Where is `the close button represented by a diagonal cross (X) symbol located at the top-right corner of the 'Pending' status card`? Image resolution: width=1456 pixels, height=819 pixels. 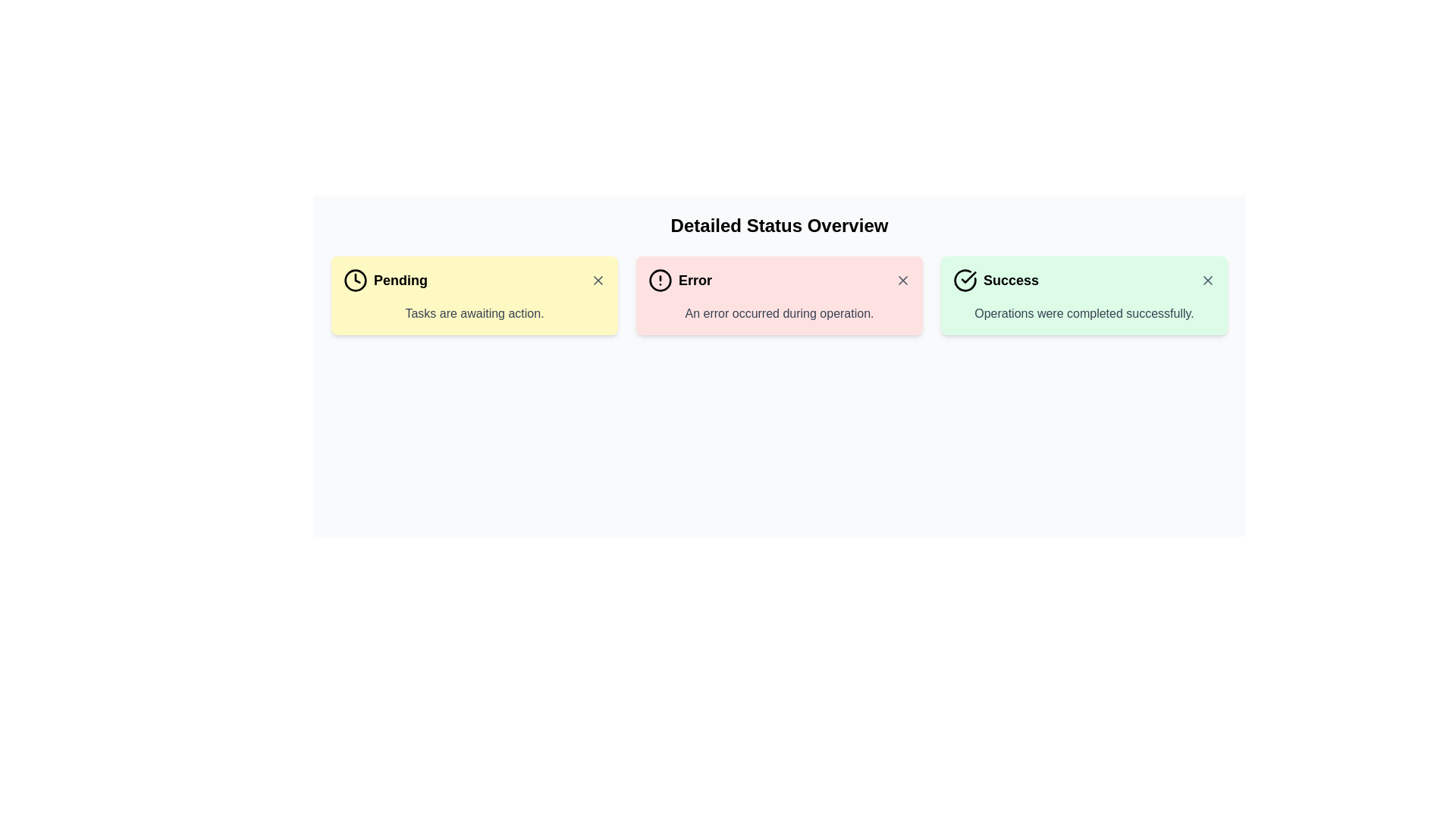 the close button represented by a diagonal cross (X) symbol located at the top-right corner of the 'Pending' status card is located at coordinates (597, 281).